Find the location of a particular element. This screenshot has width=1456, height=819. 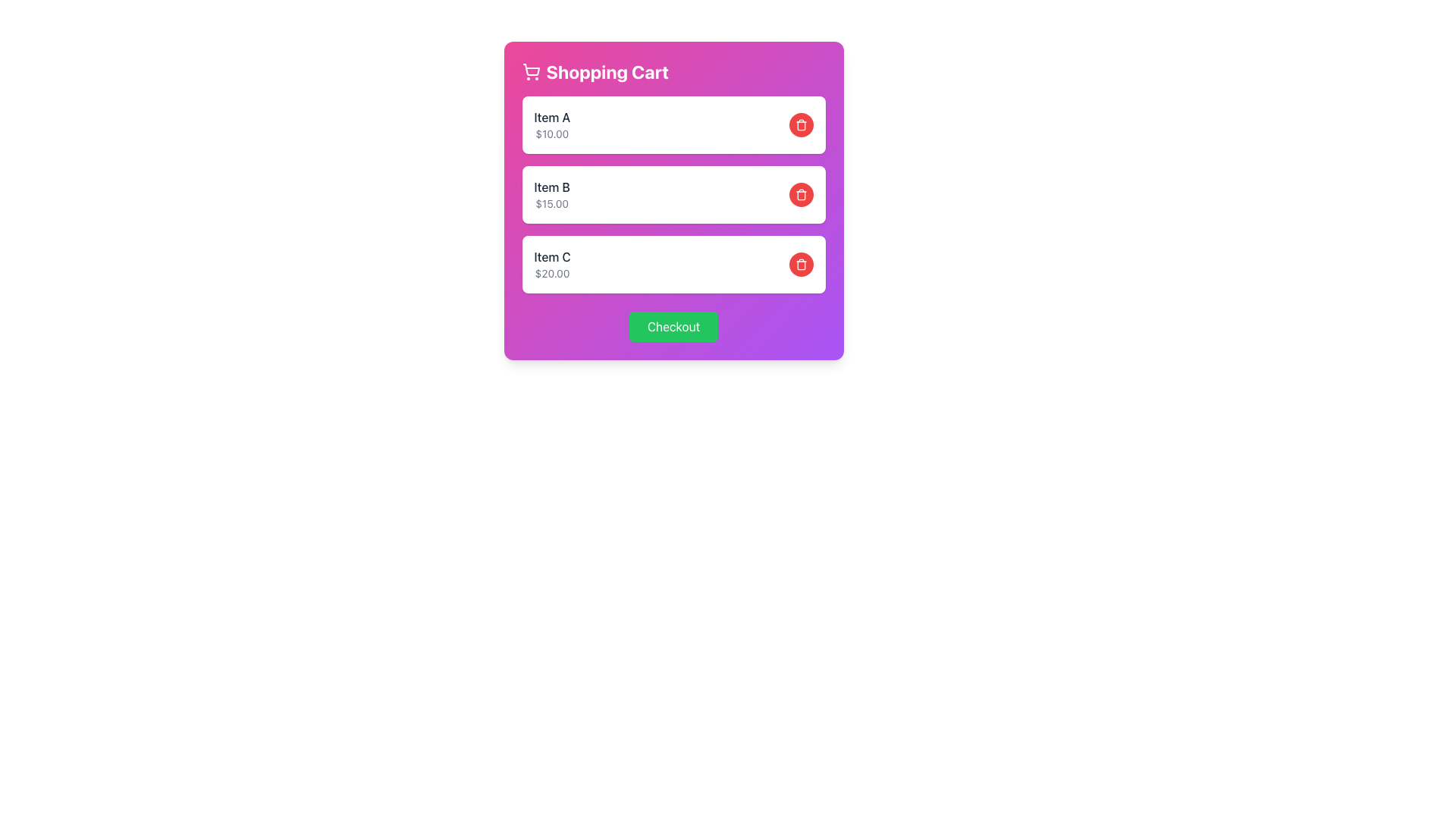

the visually distinct shopping cart icon, which is rendered in a minimalistic outline style and located to the left of the 'Shopping Cart' title text is located at coordinates (531, 72).